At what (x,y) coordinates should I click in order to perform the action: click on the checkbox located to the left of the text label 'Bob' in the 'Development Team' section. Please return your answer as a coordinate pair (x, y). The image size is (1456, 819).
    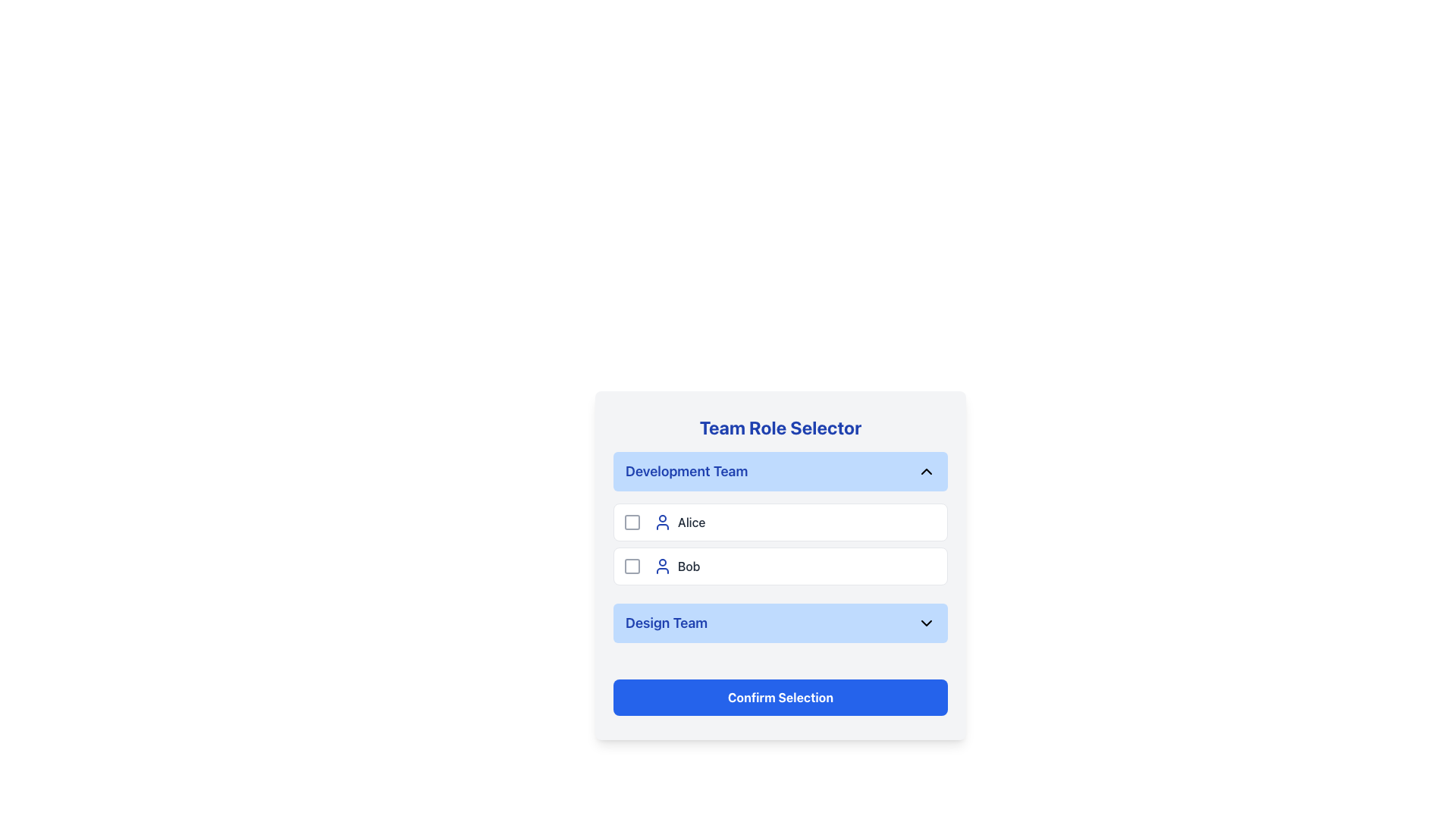
    Looking at the image, I should click on (632, 566).